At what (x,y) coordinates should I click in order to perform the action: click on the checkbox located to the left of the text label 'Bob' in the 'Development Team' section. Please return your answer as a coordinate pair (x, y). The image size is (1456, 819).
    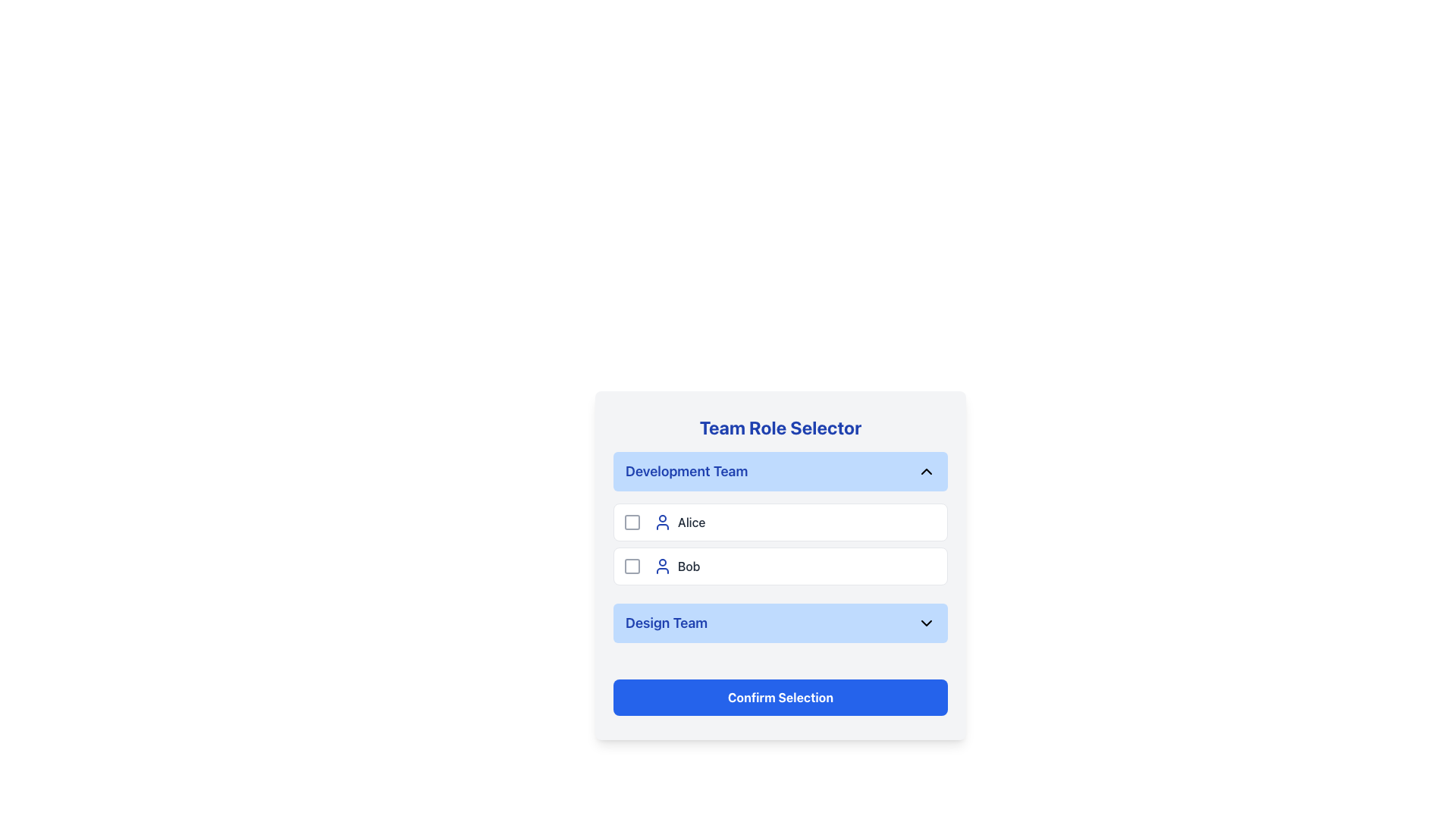
    Looking at the image, I should click on (632, 566).